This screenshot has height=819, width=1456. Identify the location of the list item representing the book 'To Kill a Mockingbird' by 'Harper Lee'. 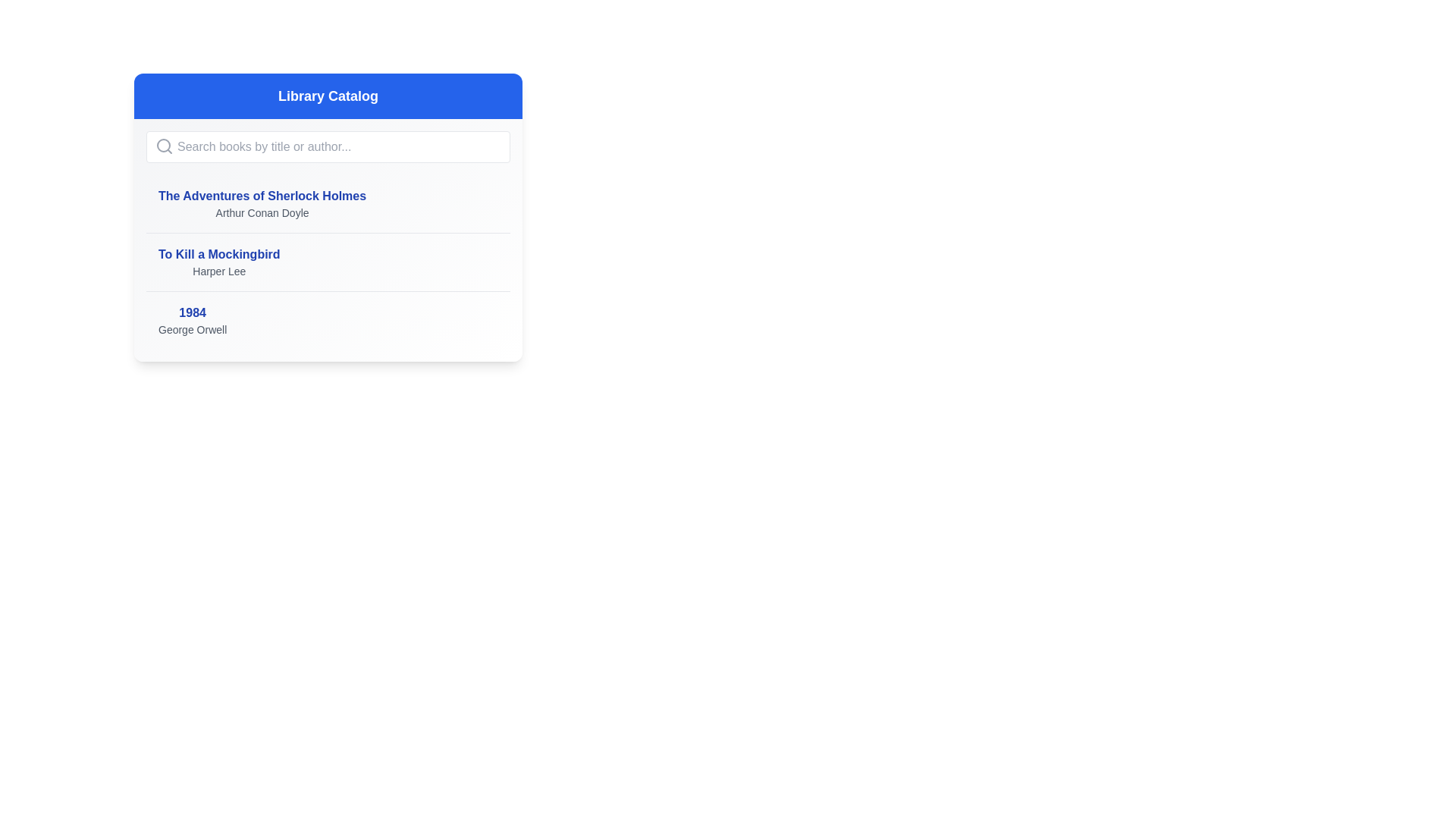
(327, 261).